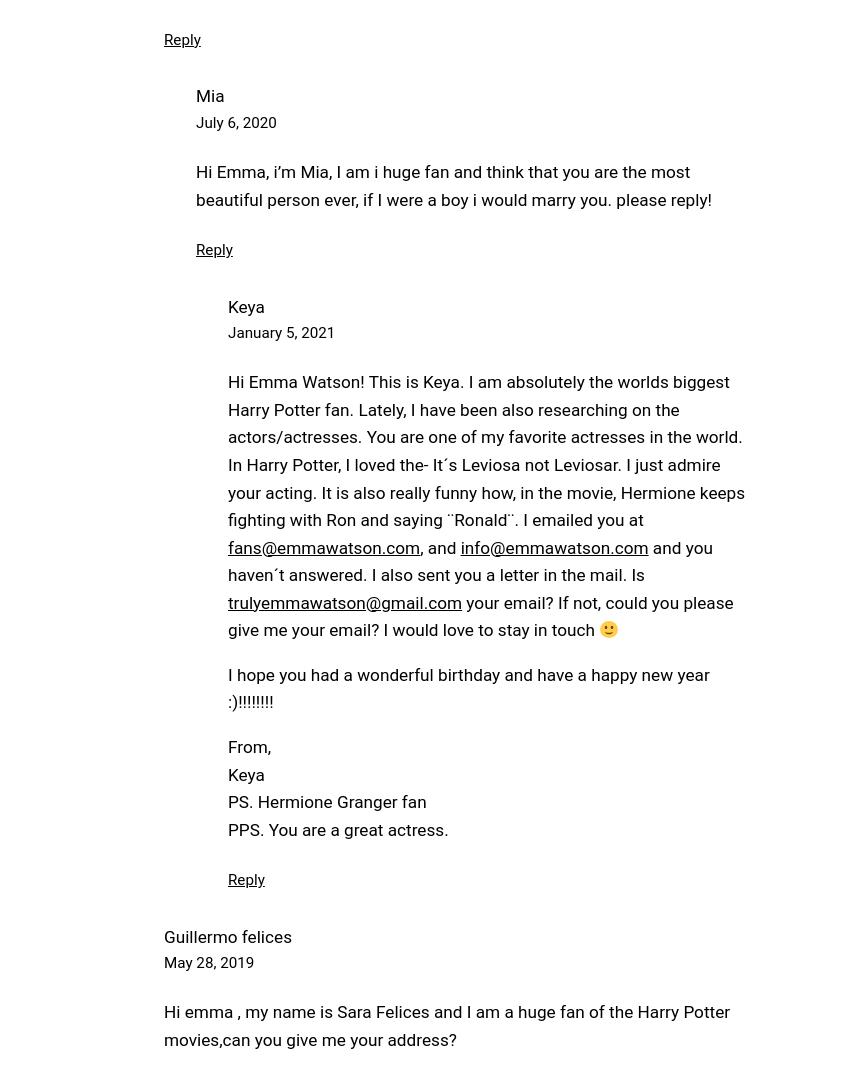 The image size is (850, 1074). I want to click on 'January 5, 2021', so click(280, 332).